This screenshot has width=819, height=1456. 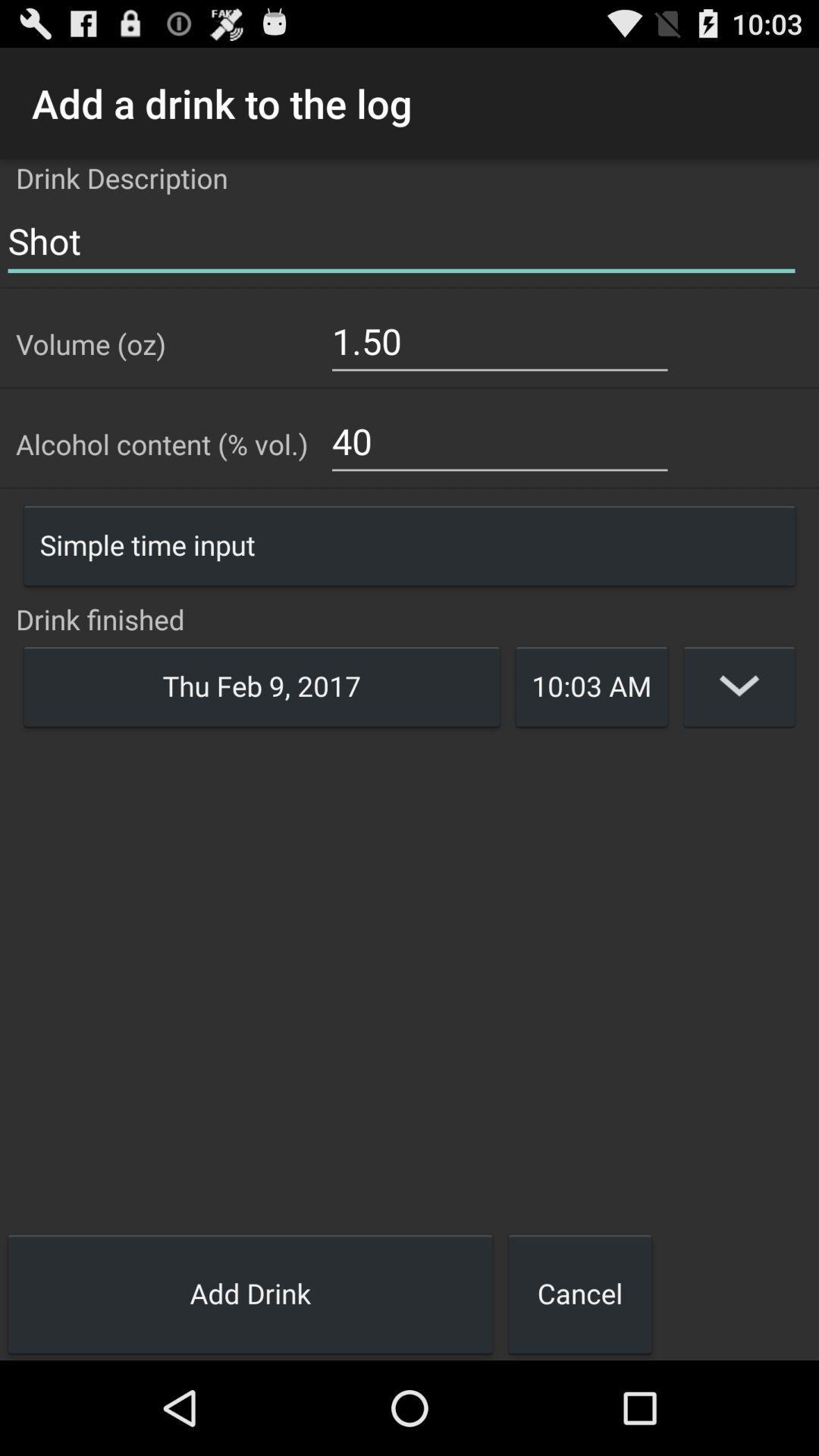 What do you see at coordinates (739, 685) in the screenshot?
I see `drop down button` at bounding box center [739, 685].